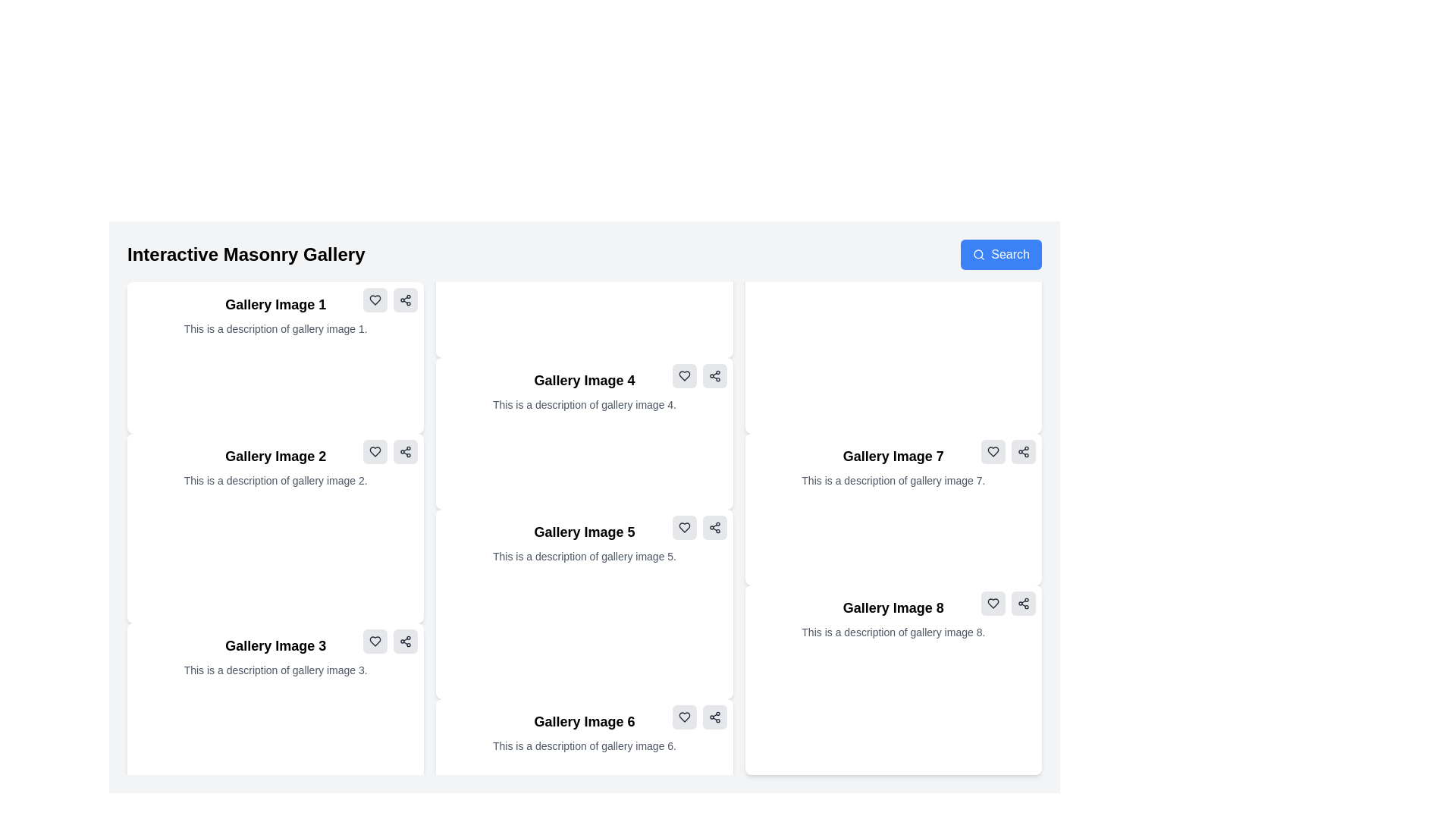 The height and width of the screenshot is (819, 1456). I want to click on the rounded rectangular button with a gray background and heart icon, so click(375, 451).